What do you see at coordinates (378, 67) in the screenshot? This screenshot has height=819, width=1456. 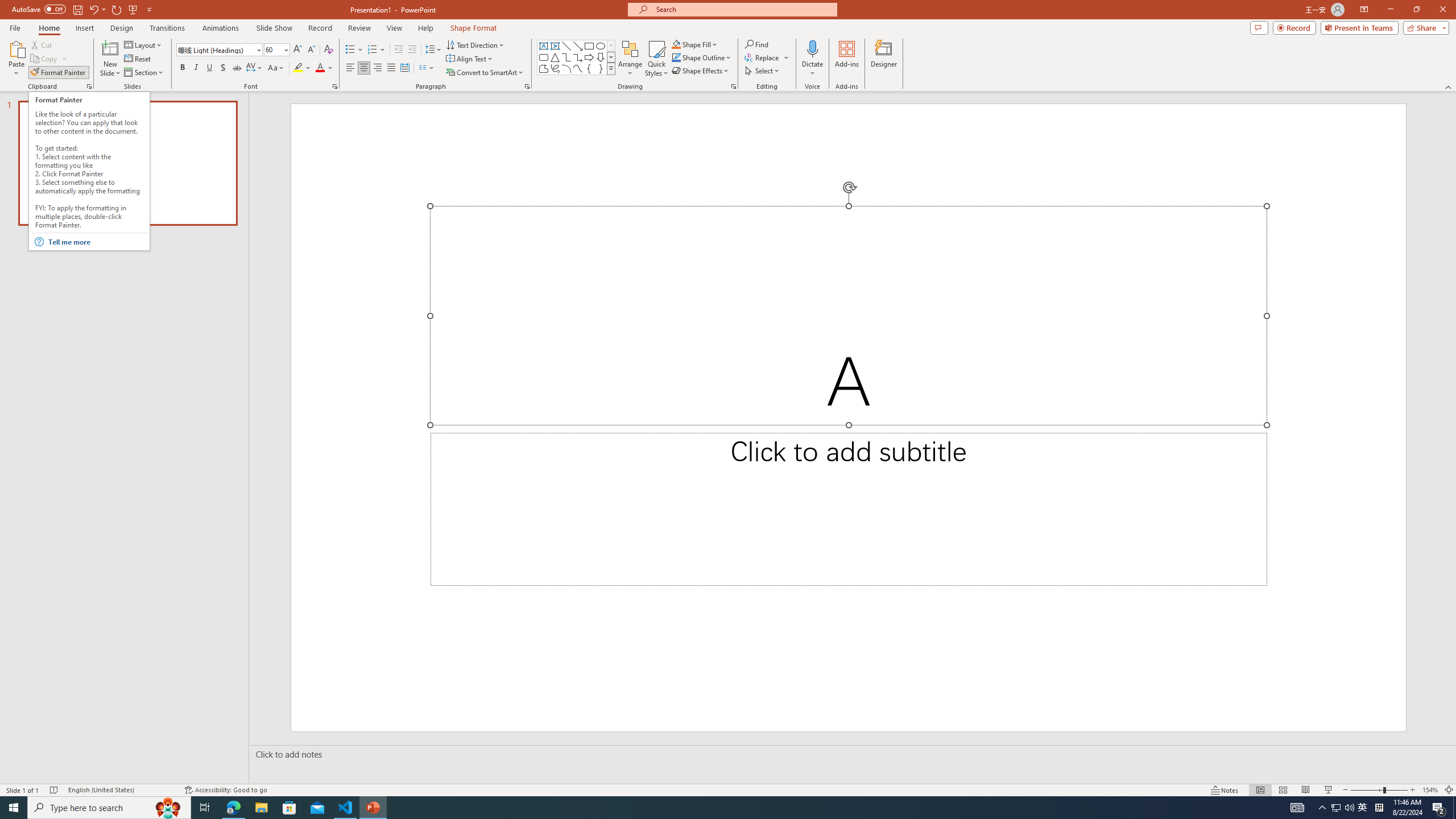 I see `'Align Right'` at bounding box center [378, 67].